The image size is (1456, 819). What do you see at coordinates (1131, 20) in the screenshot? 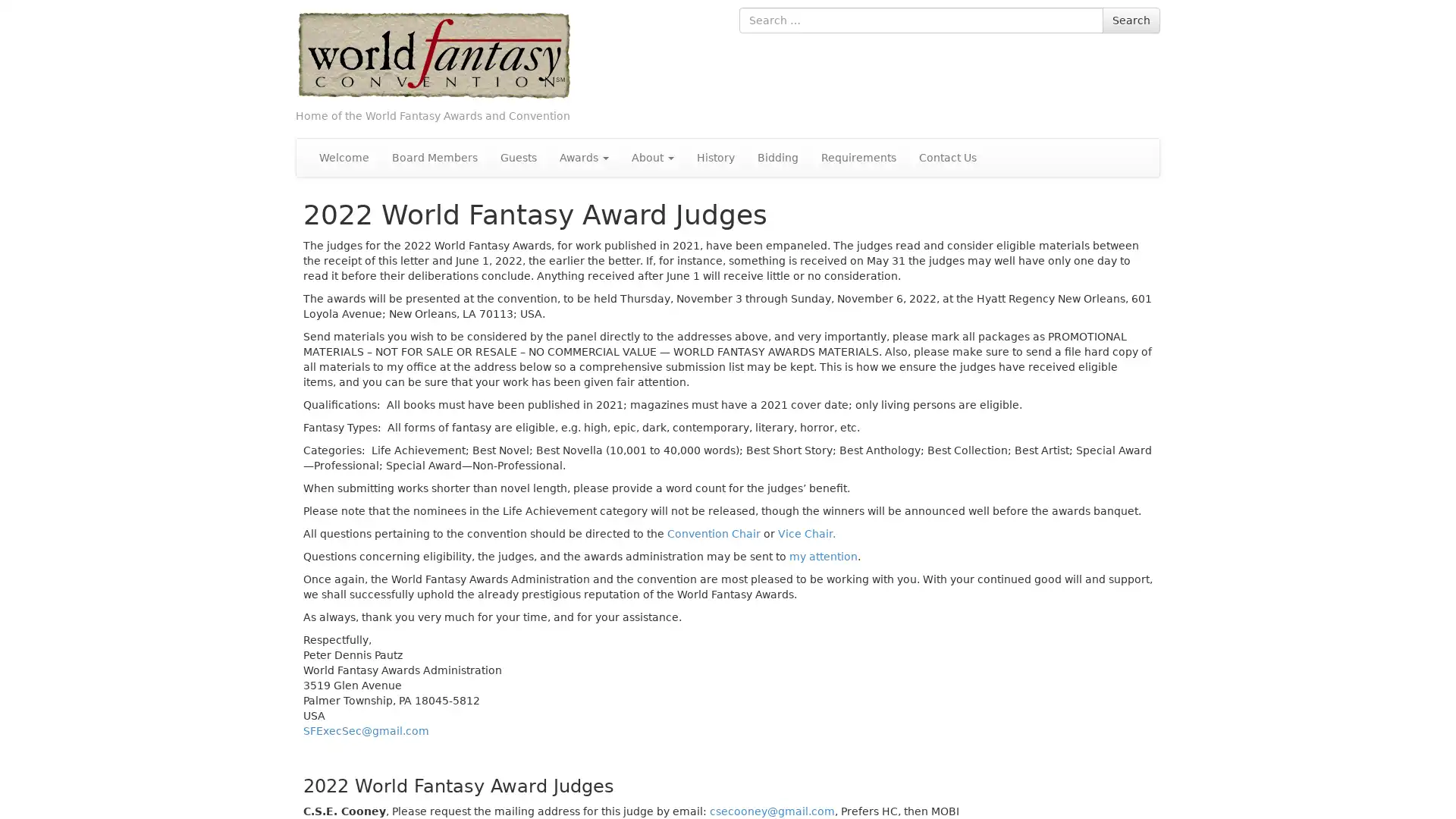
I see `Search` at bounding box center [1131, 20].